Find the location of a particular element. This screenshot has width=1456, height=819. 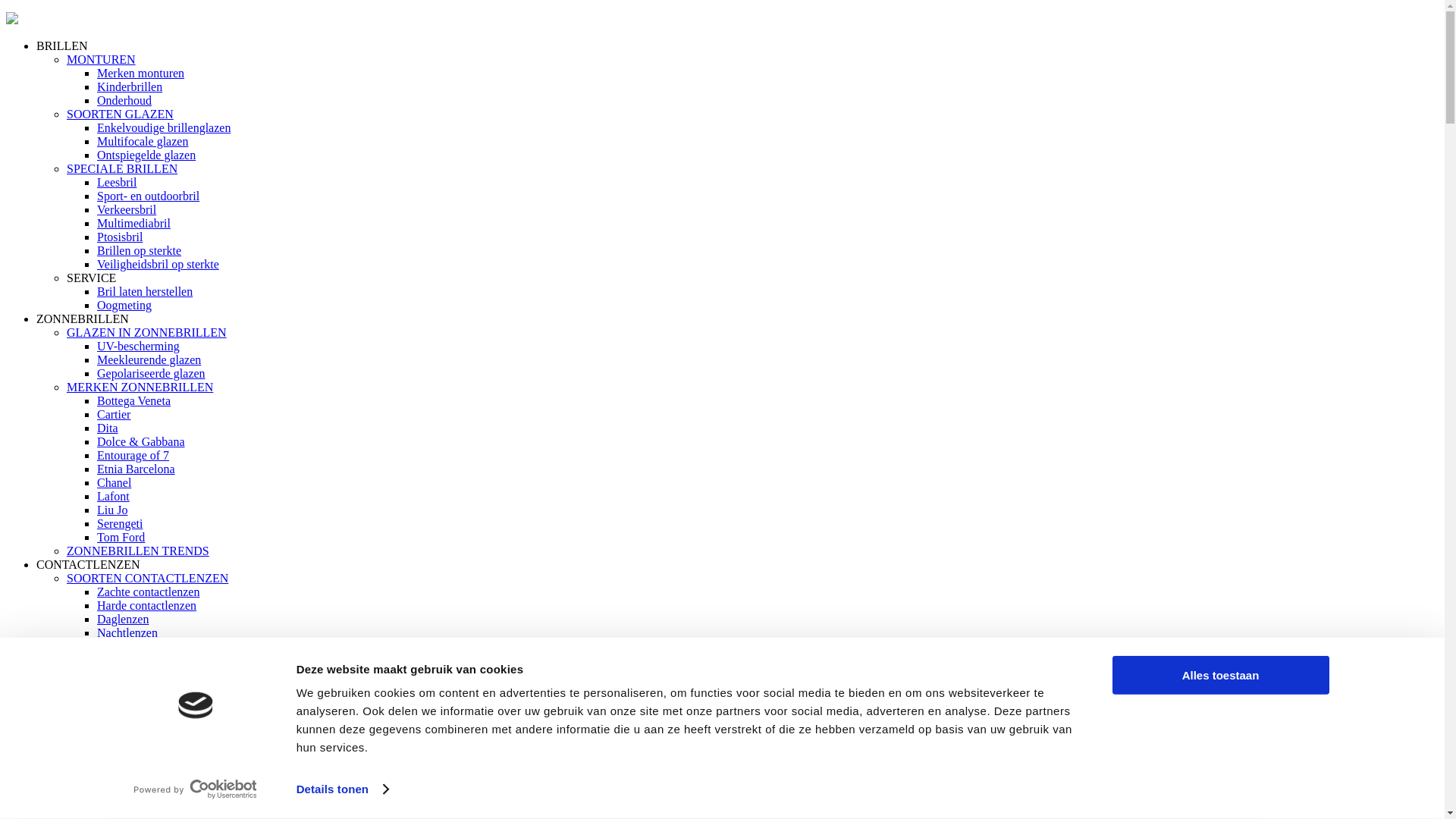

'Multifocale glazen' is located at coordinates (142, 141).